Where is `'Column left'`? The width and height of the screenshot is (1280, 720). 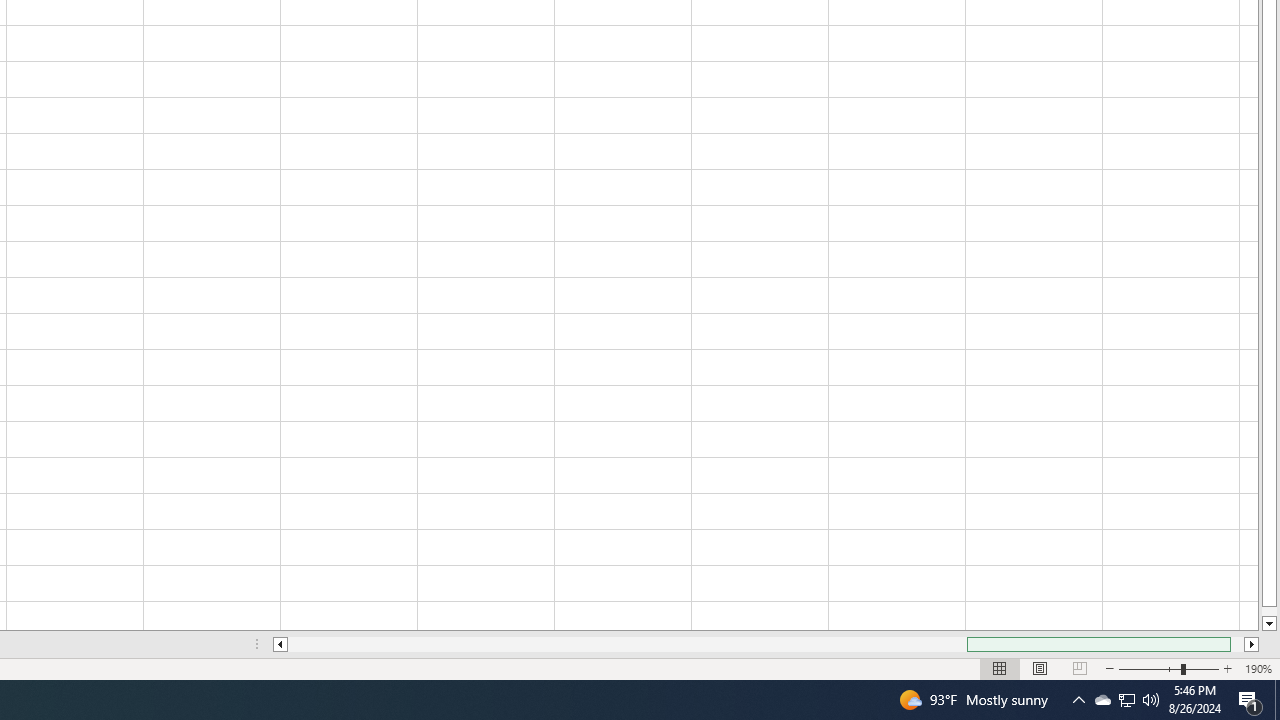 'Column left' is located at coordinates (278, 644).